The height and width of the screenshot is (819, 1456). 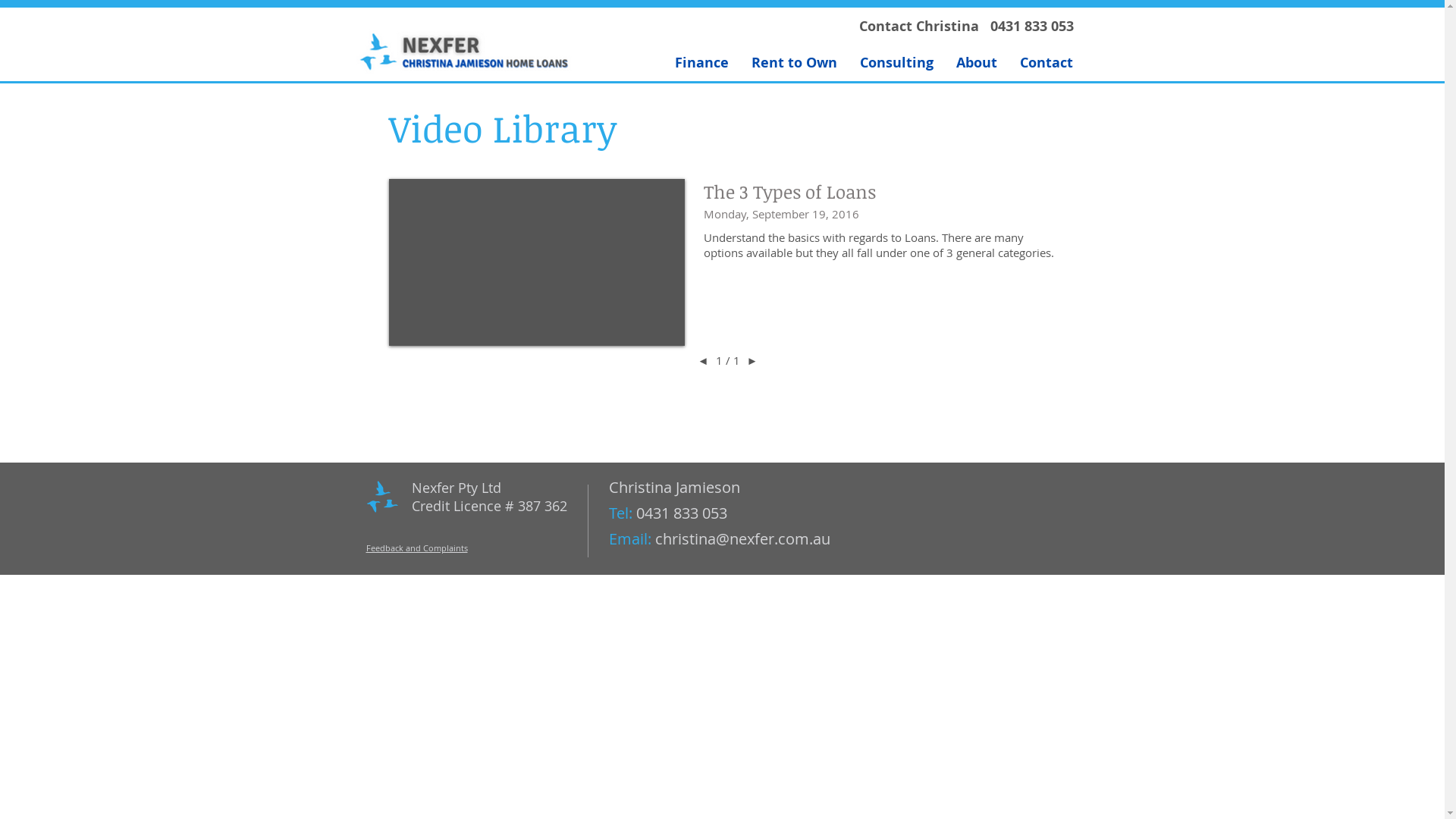 What do you see at coordinates (700, 61) in the screenshot?
I see `'Finance'` at bounding box center [700, 61].